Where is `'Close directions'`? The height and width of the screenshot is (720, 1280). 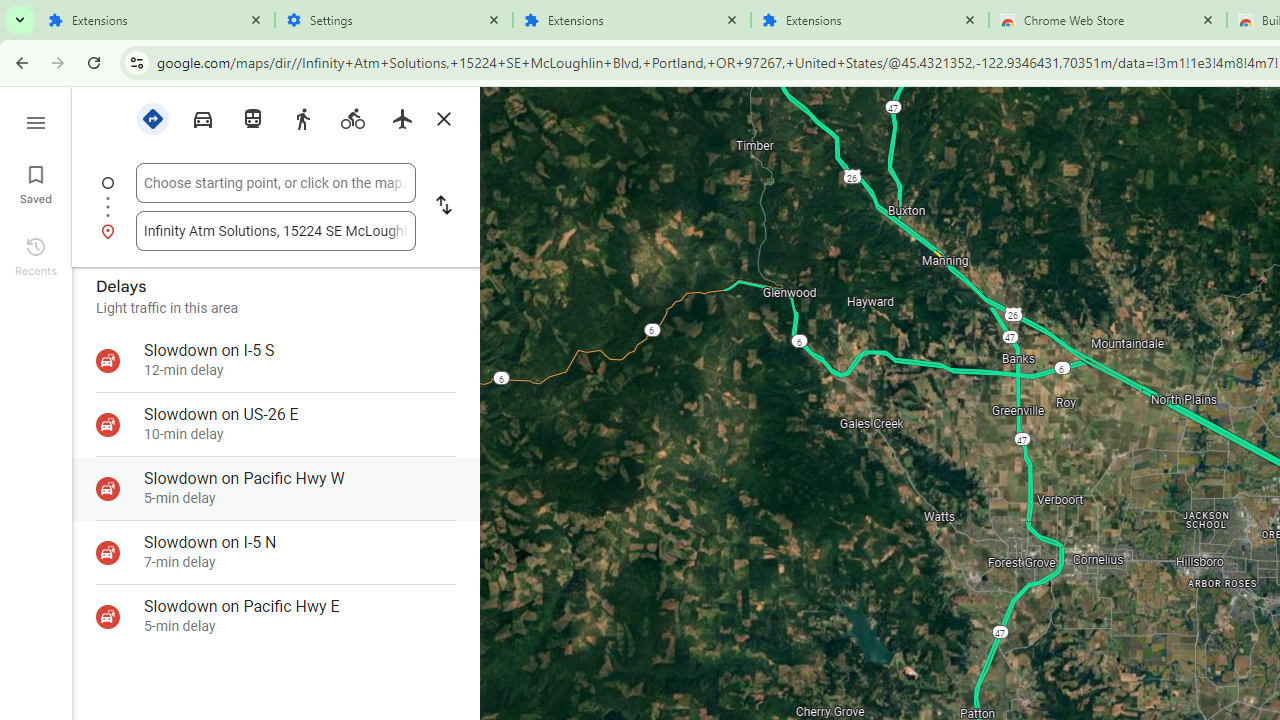
'Close directions' is located at coordinates (442, 119).